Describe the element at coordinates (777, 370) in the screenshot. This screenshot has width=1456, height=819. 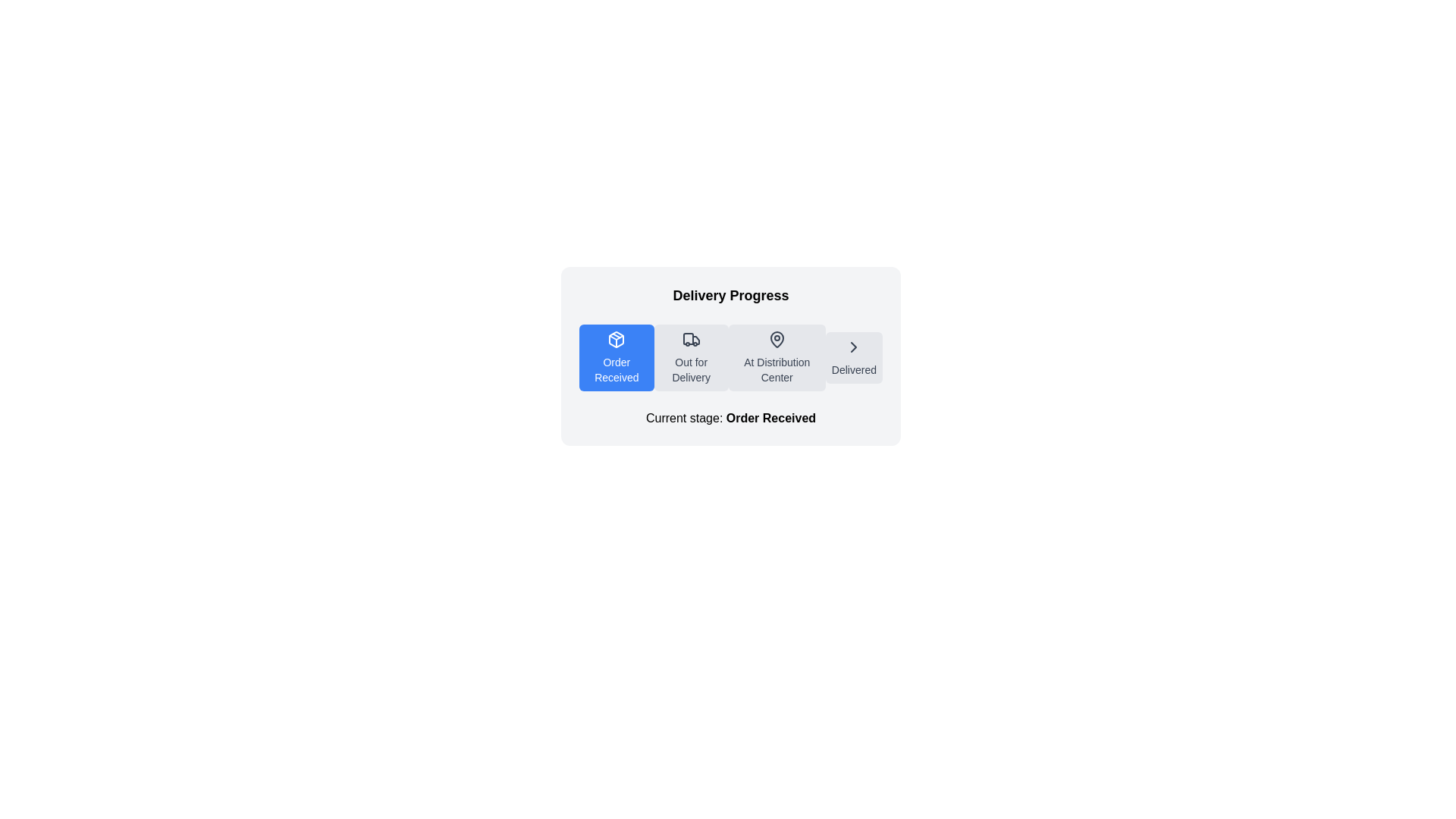
I see `text label indicating that the package is at a distribution center, located below the map pin icon in the third step of the delivery progress bar` at that location.